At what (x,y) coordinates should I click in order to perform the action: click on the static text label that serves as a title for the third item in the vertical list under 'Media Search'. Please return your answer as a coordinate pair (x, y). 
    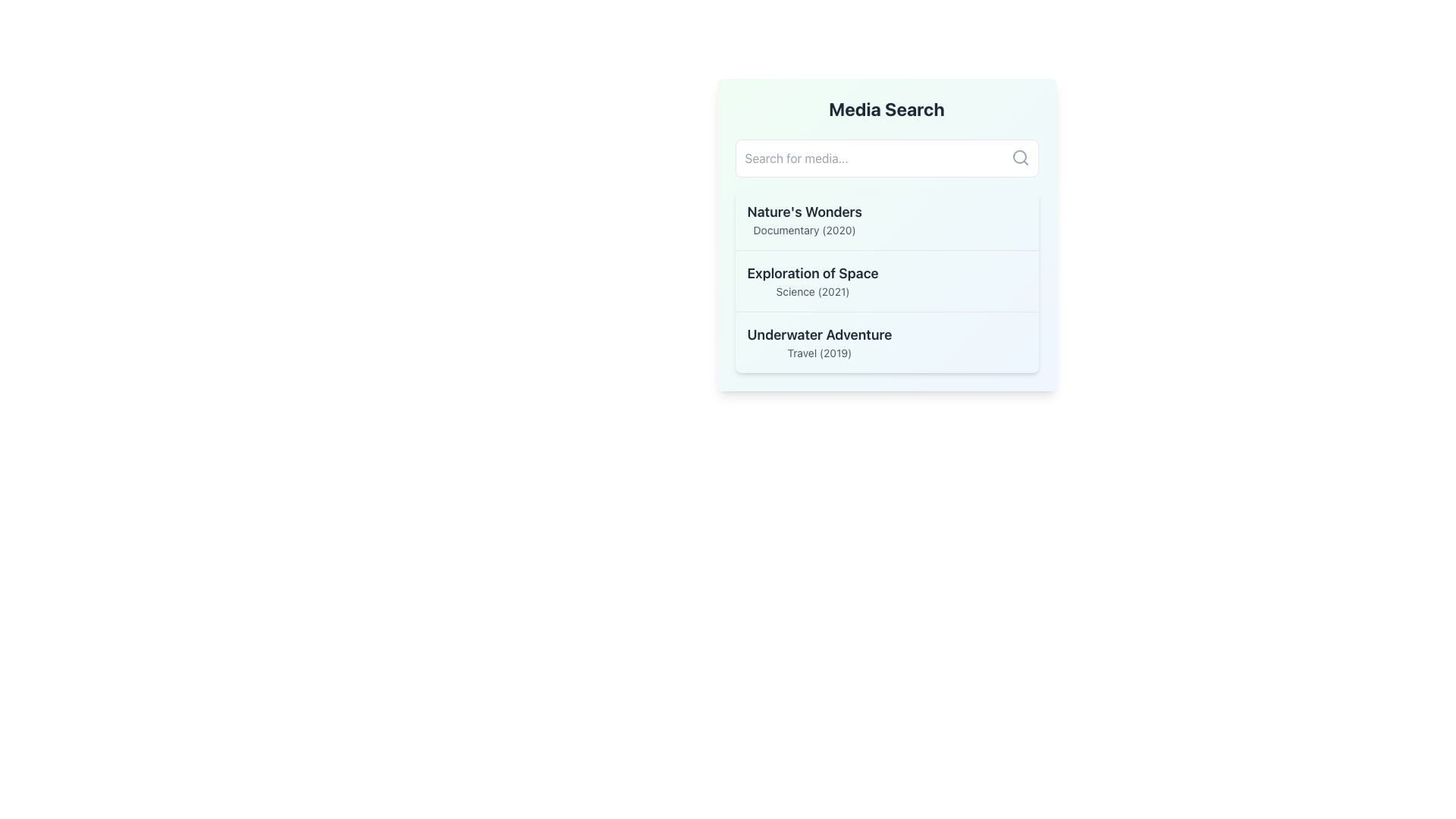
    Looking at the image, I should click on (818, 334).